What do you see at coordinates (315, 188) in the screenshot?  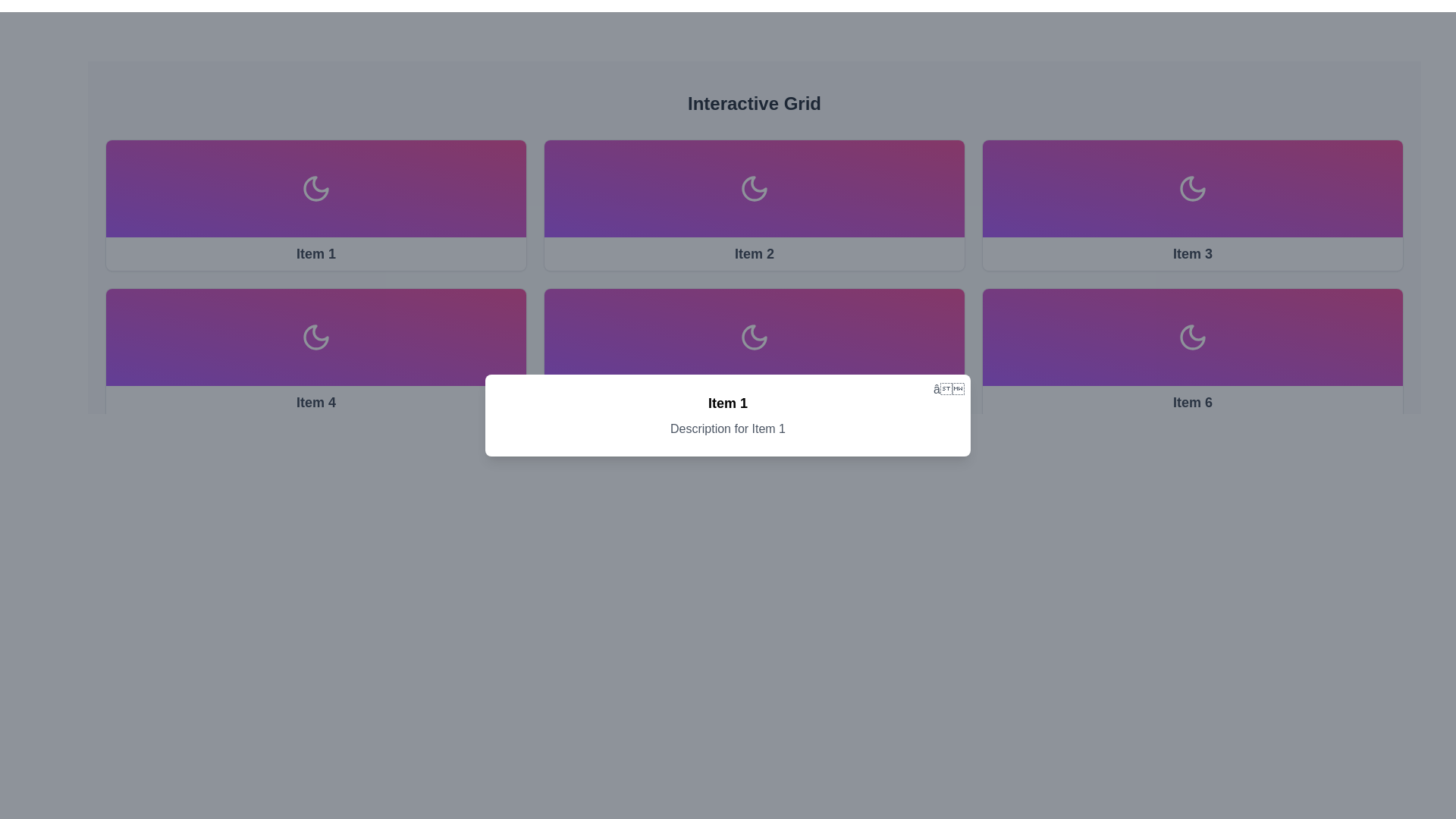 I see `the decorative graphical icon in the upper-left grid cell labeled 'Item 1', which symbolizes night mode or celestial themes` at bounding box center [315, 188].